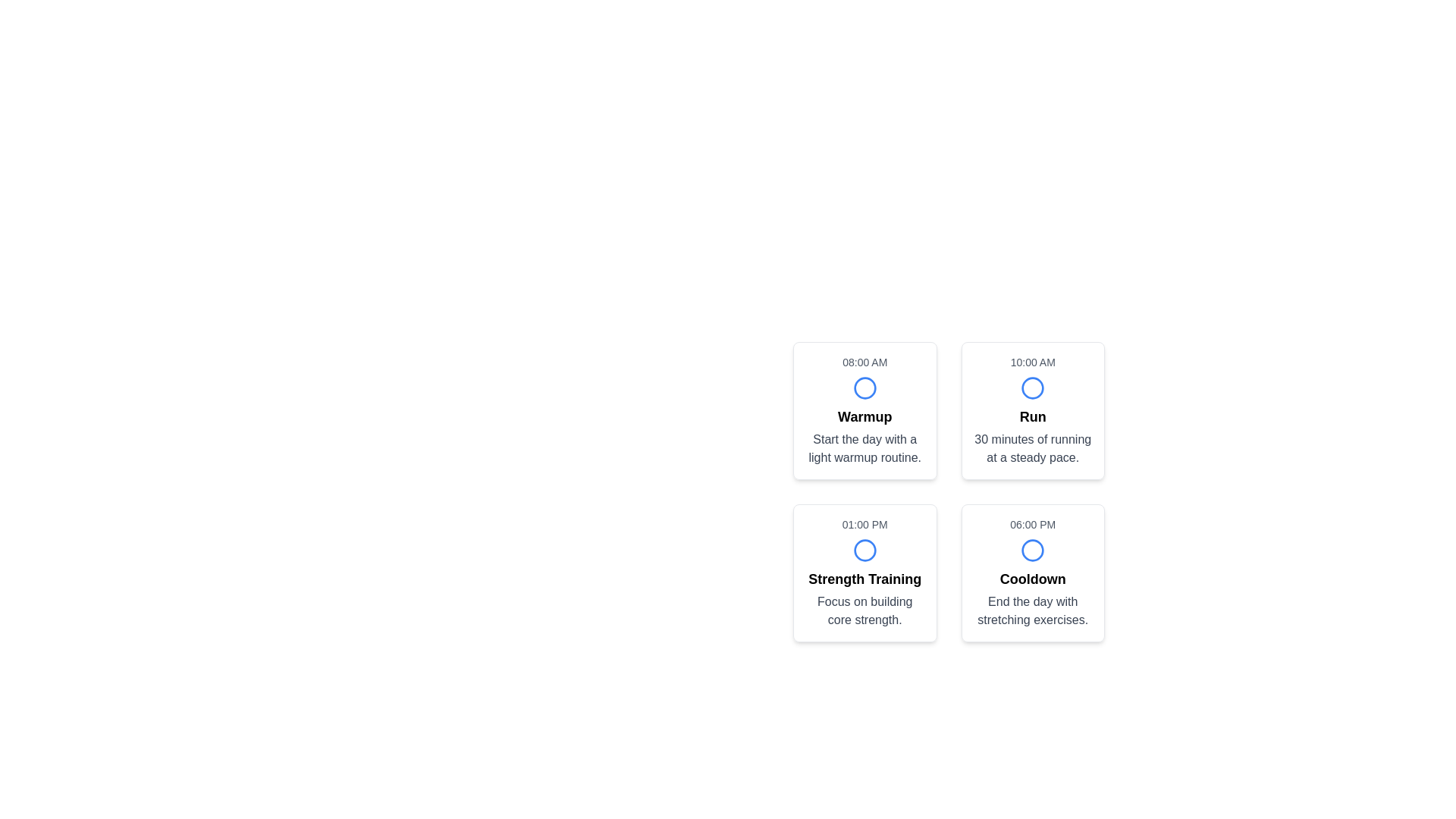  Describe the element at coordinates (1032, 523) in the screenshot. I see `timestamp text label located centrally in the bottom-right block of the grid layout, which indicates the start time of an event or activity` at that location.